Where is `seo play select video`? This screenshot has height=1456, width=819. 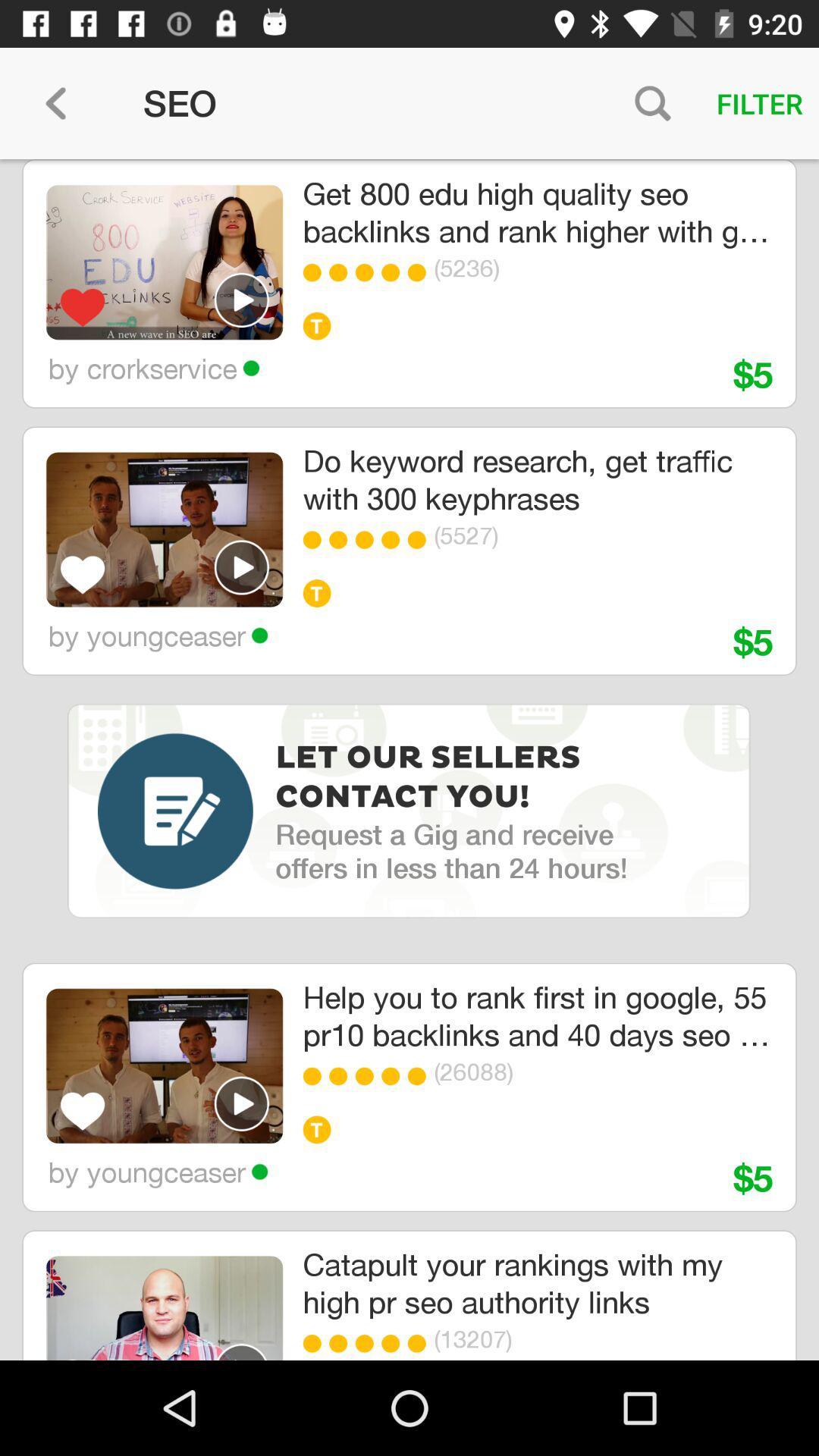 seo play select video is located at coordinates (241, 1103).